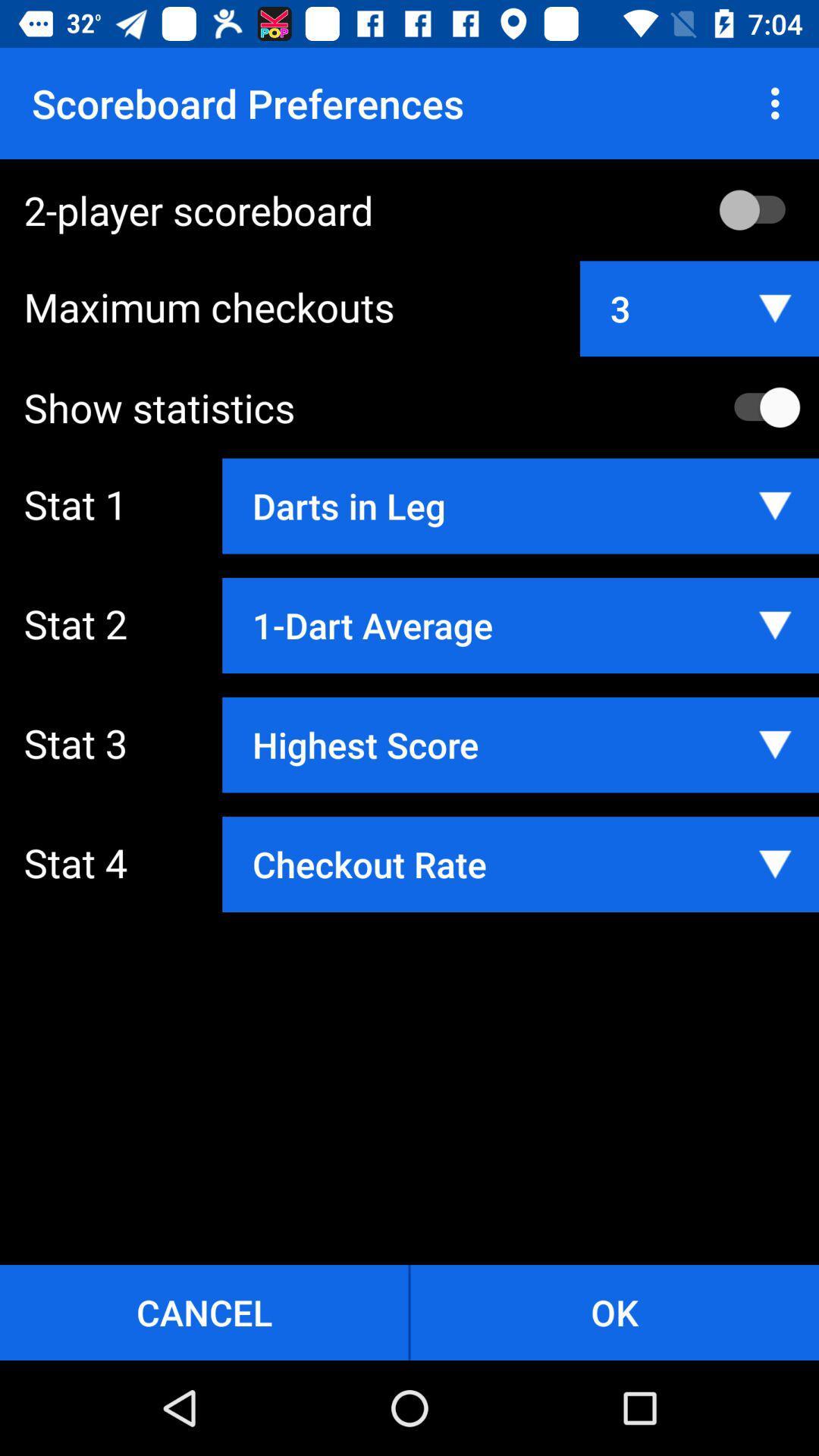 The width and height of the screenshot is (819, 1456). I want to click on the app next to scoreboard preferences item, so click(779, 102).